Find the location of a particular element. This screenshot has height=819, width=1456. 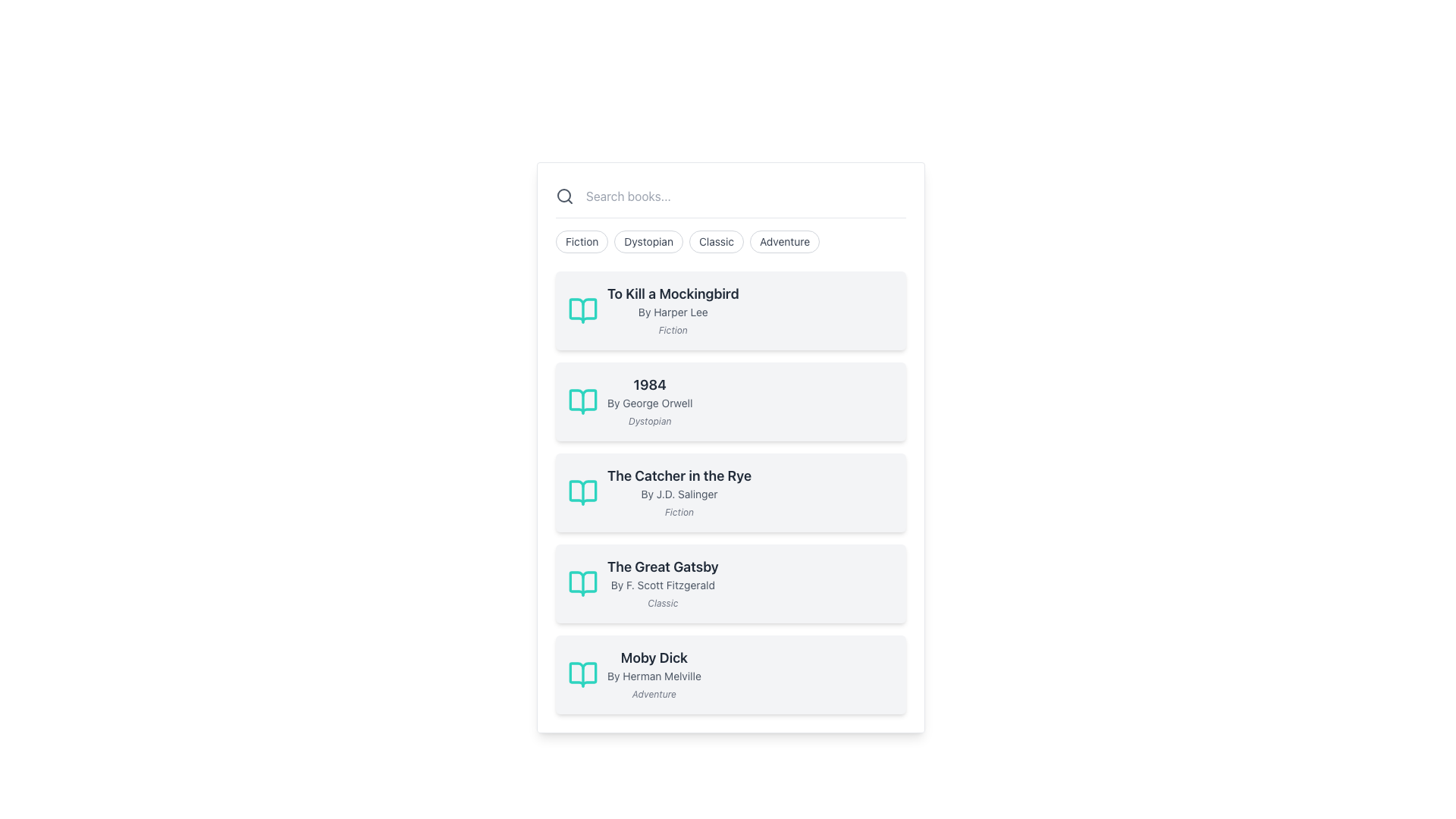

the text label displaying 'By F. Scott Fitzgerald' which is located beneath the title 'The Great Gatsby' and above the 'Classic' text is located at coordinates (663, 584).